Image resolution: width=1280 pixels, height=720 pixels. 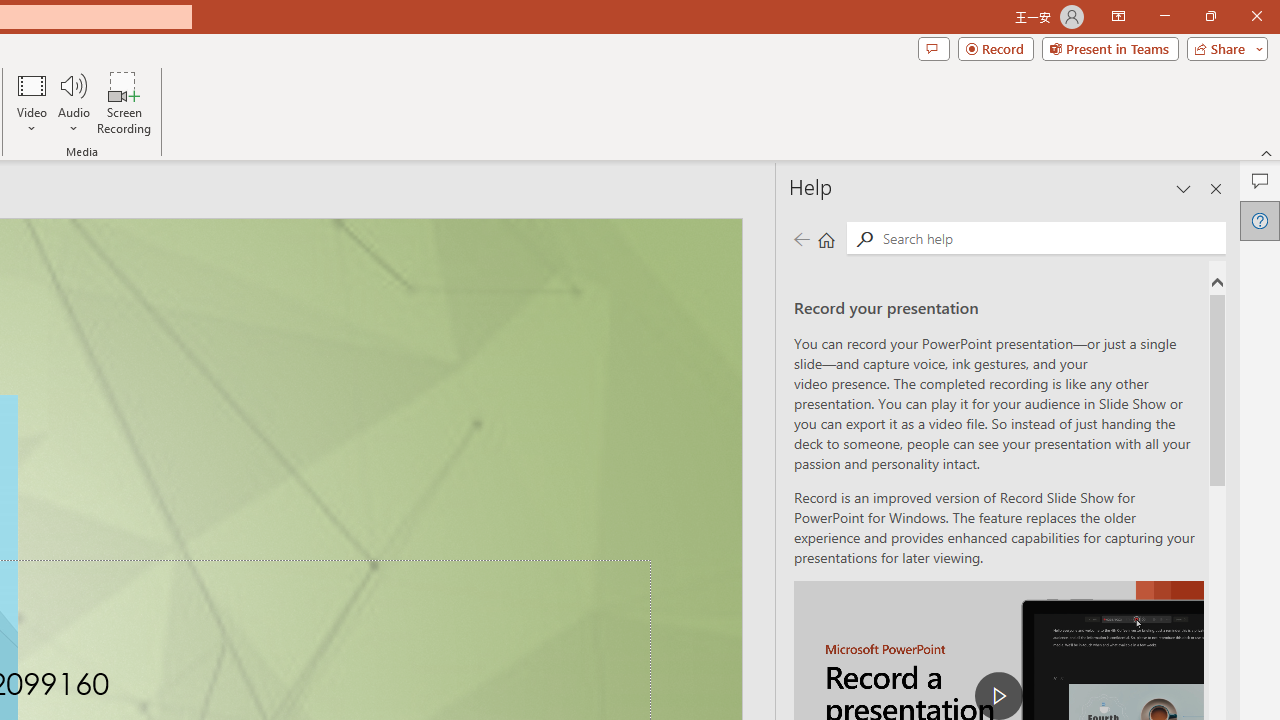 I want to click on 'Video', so click(x=32, y=103).